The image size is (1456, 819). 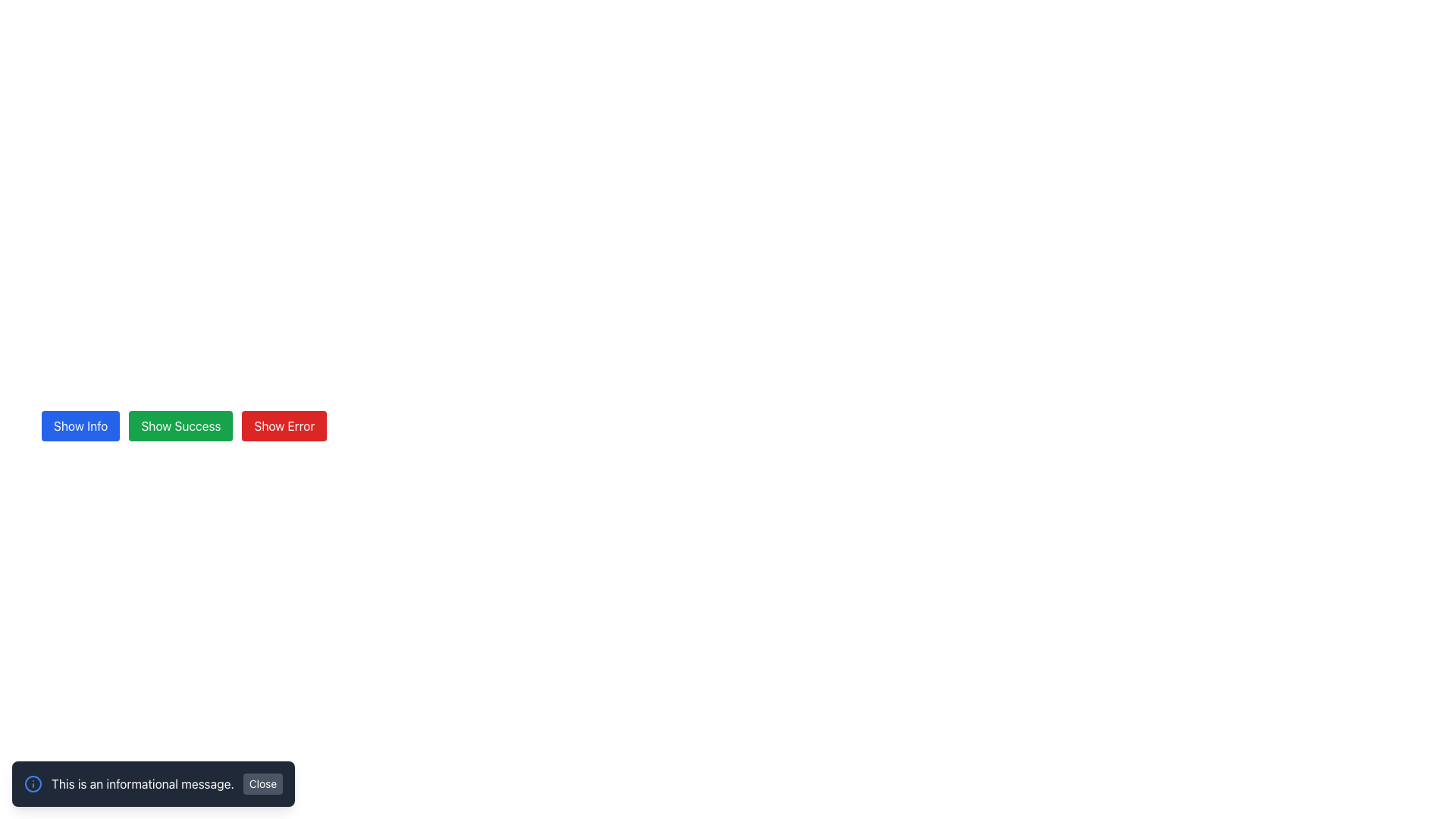 What do you see at coordinates (33, 783) in the screenshot?
I see `the informational icon located on the left side of the notification banner at the bottom-left of the interface, which visually represents that the associated message is informational` at bounding box center [33, 783].